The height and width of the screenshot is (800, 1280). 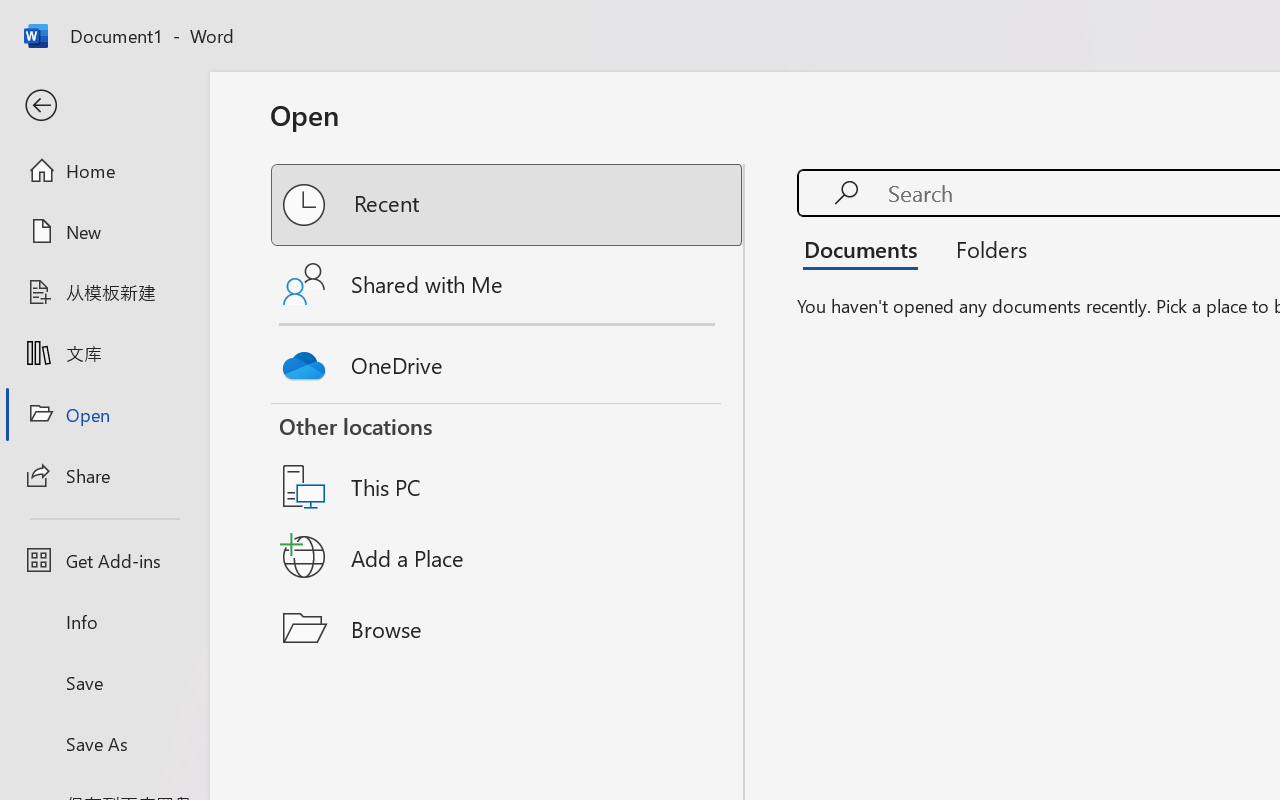 What do you see at coordinates (984, 248) in the screenshot?
I see `'Folders'` at bounding box center [984, 248].